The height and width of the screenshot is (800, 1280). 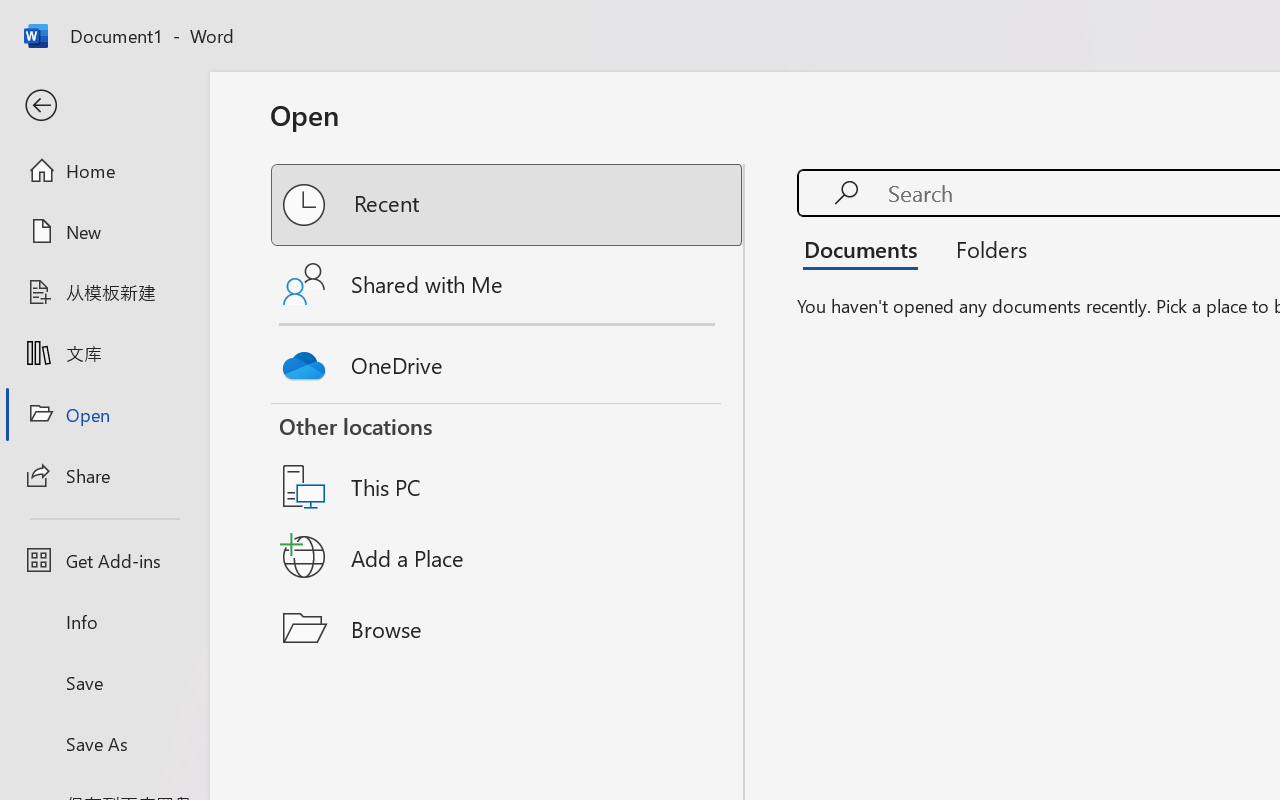 What do you see at coordinates (984, 248) in the screenshot?
I see `'Folders'` at bounding box center [984, 248].